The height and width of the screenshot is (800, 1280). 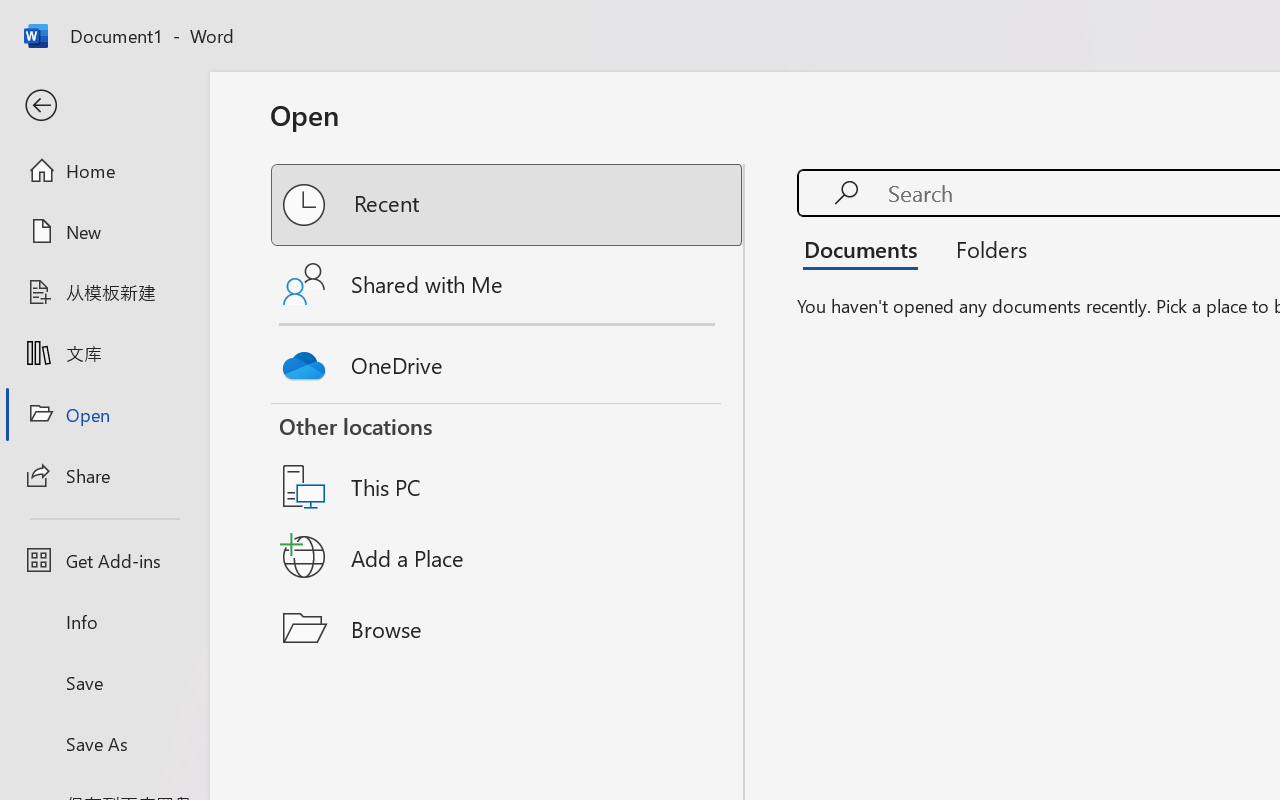 What do you see at coordinates (984, 248) in the screenshot?
I see `'Folders'` at bounding box center [984, 248].